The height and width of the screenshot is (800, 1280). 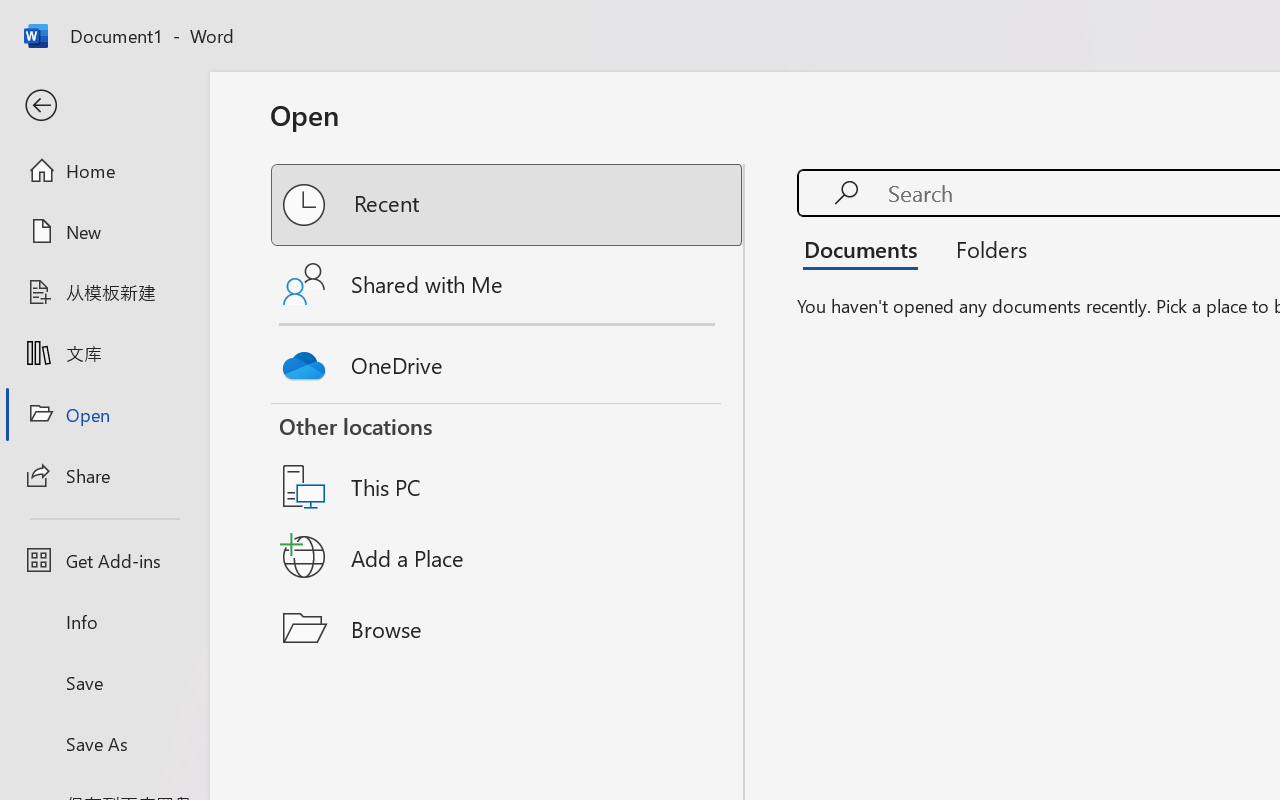 What do you see at coordinates (984, 248) in the screenshot?
I see `'Folders'` at bounding box center [984, 248].